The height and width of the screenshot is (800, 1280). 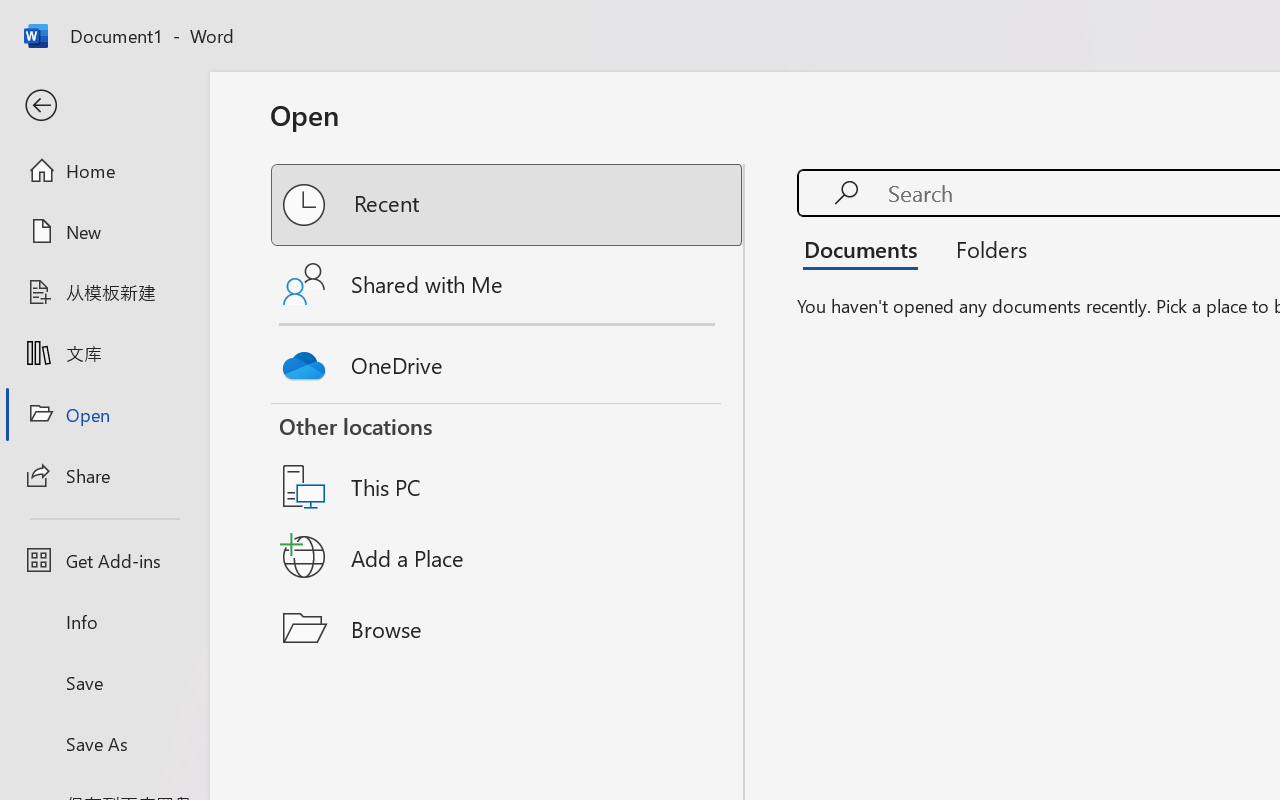 What do you see at coordinates (984, 248) in the screenshot?
I see `'Folders'` at bounding box center [984, 248].